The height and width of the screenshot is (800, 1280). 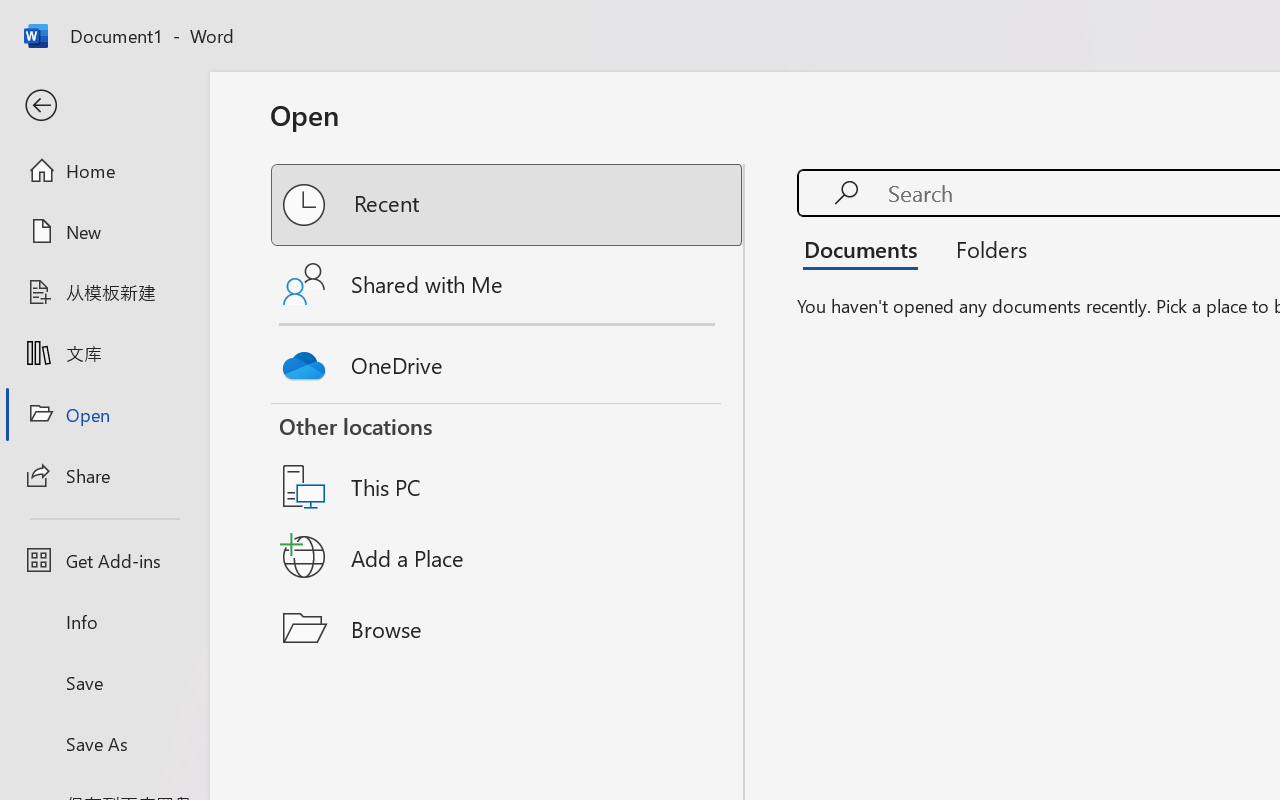 What do you see at coordinates (984, 248) in the screenshot?
I see `'Folders'` at bounding box center [984, 248].